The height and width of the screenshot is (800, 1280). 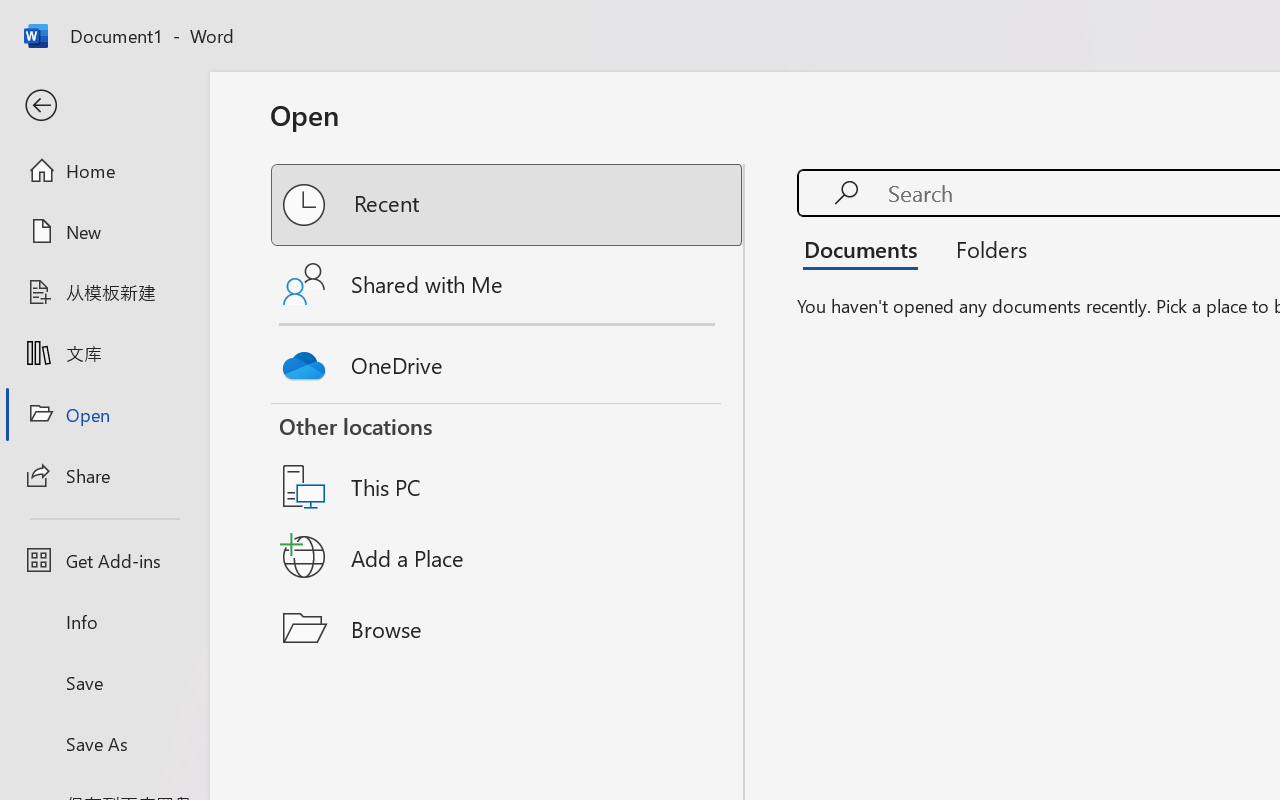 What do you see at coordinates (984, 248) in the screenshot?
I see `'Folders'` at bounding box center [984, 248].